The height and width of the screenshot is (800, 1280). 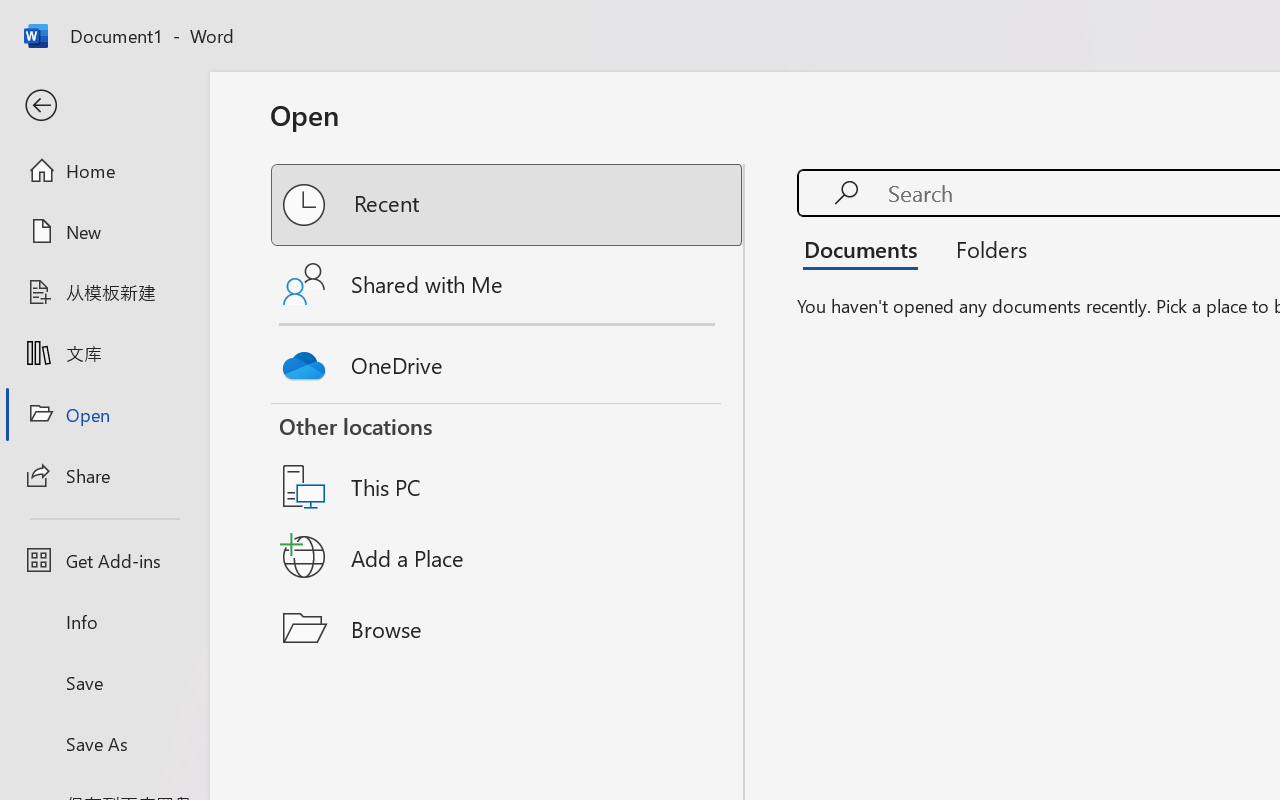 What do you see at coordinates (984, 248) in the screenshot?
I see `'Folders'` at bounding box center [984, 248].